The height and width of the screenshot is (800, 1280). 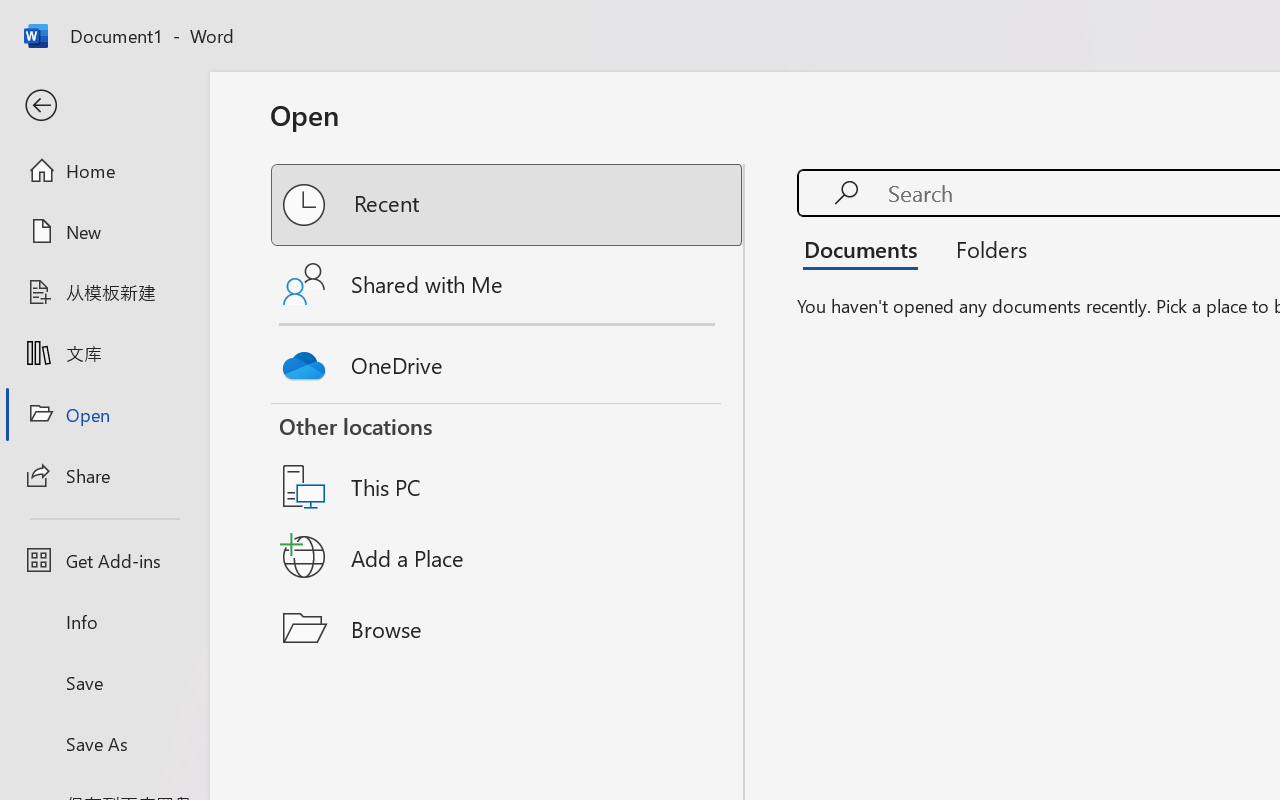 What do you see at coordinates (984, 248) in the screenshot?
I see `'Folders'` at bounding box center [984, 248].